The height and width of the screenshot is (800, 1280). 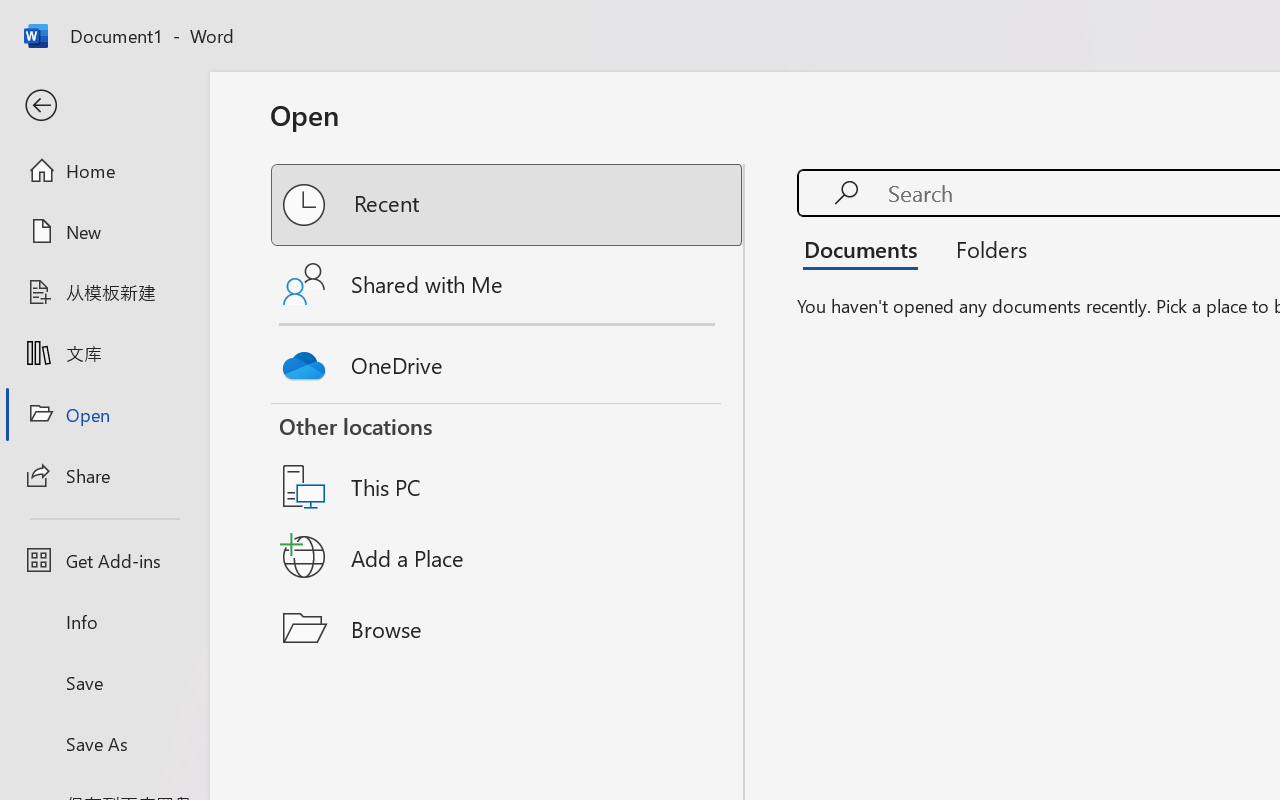 What do you see at coordinates (984, 248) in the screenshot?
I see `'Folders'` at bounding box center [984, 248].